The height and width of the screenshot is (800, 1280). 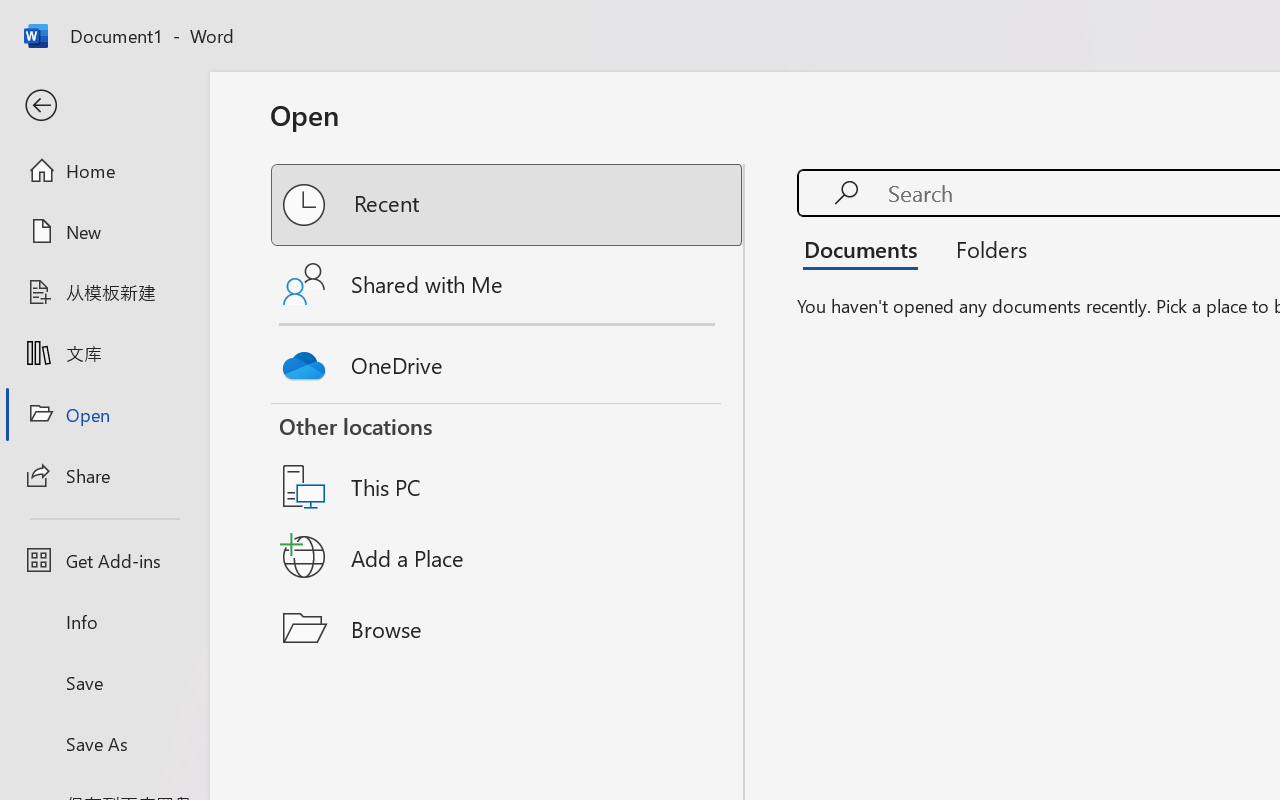 What do you see at coordinates (984, 248) in the screenshot?
I see `'Folders'` at bounding box center [984, 248].